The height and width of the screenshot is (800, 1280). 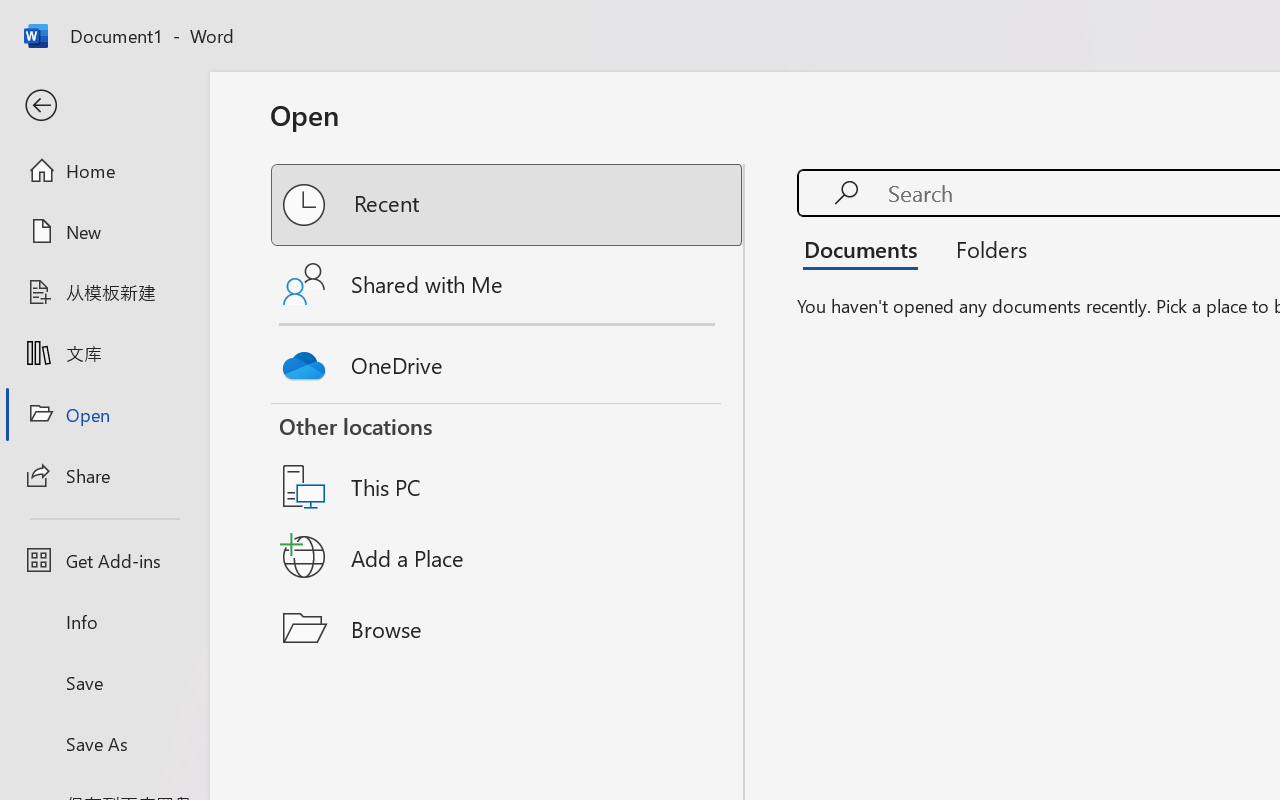 What do you see at coordinates (984, 248) in the screenshot?
I see `'Folders'` at bounding box center [984, 248].